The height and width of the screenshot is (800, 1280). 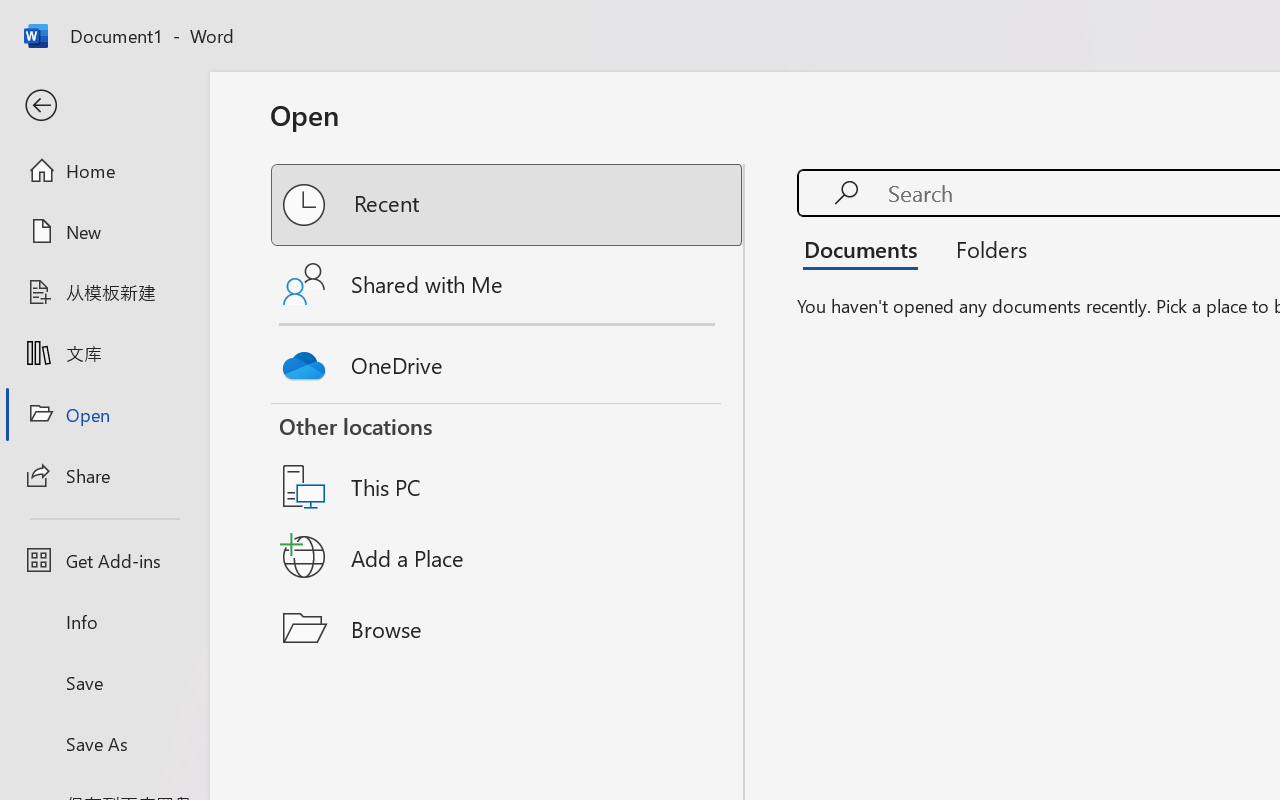 What do you see at coordinates (984, 248) in the screenshot?
I see `'Folders'` at bounding box center [984, 248].